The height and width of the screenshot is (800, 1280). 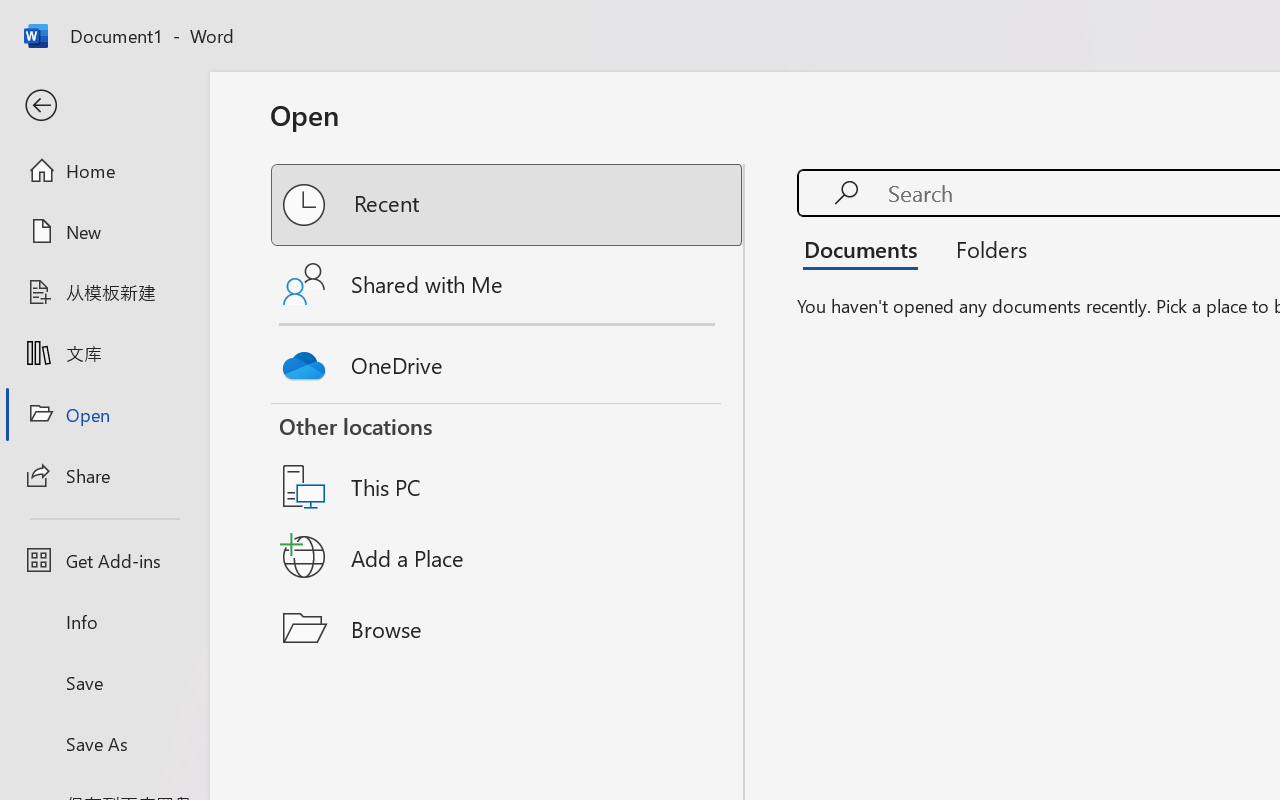 What do you see at coordinates (984, 248) in the screenshot?
I see `'Folders'` at bounding box center [984, 248].